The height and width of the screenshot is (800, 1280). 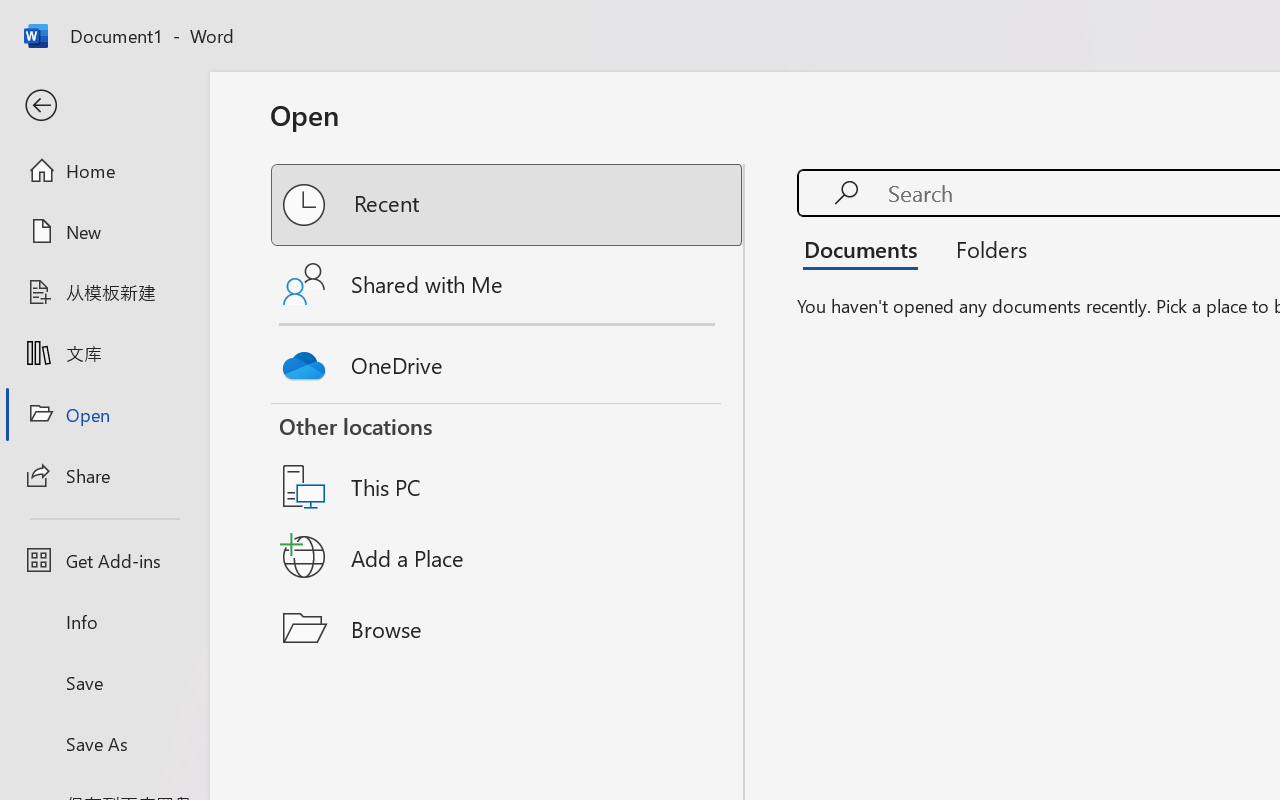 What do you see at coordinates (984, 248) in the screenshot?
I see `'Folders'` at bounding box center [984, 248].